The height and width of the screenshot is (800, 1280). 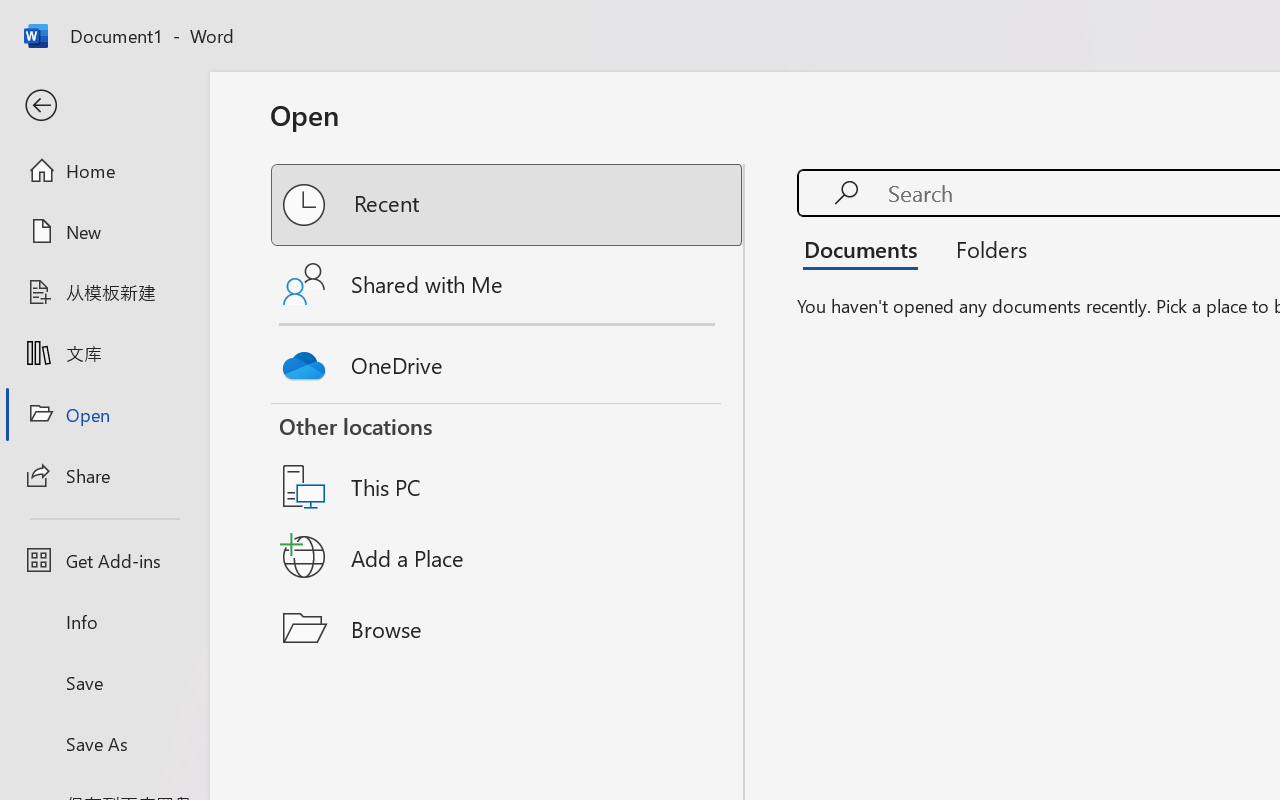 What do you see at coordinates (984, 248) in the screenshot?
I see `'Folders'` at bounding box center [984, 248].